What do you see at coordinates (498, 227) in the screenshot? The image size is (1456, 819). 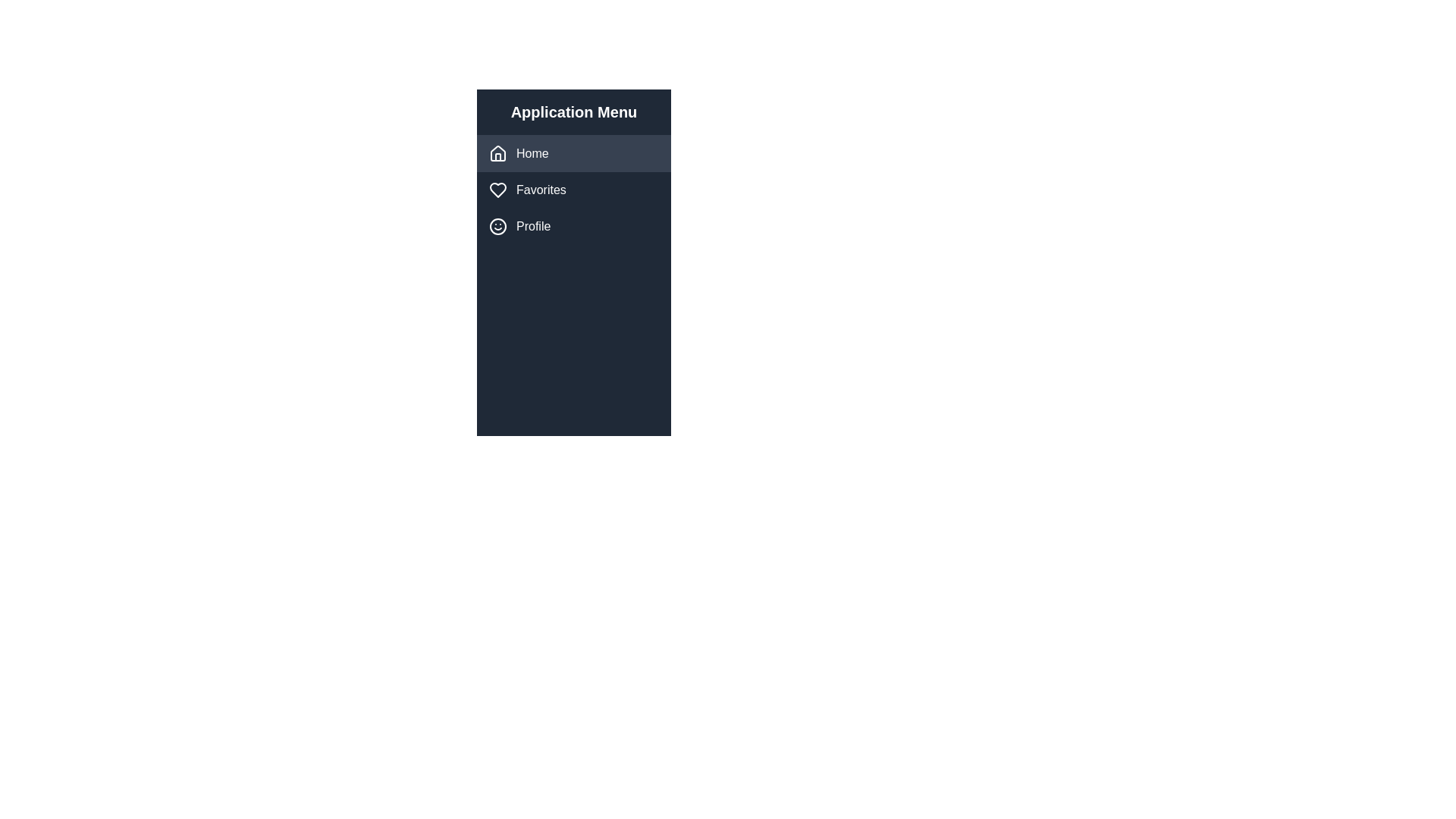 I see `the circular smiley face icon located on the left side of the 'Profile' item within the menu list` at bounding box center [498, 227].